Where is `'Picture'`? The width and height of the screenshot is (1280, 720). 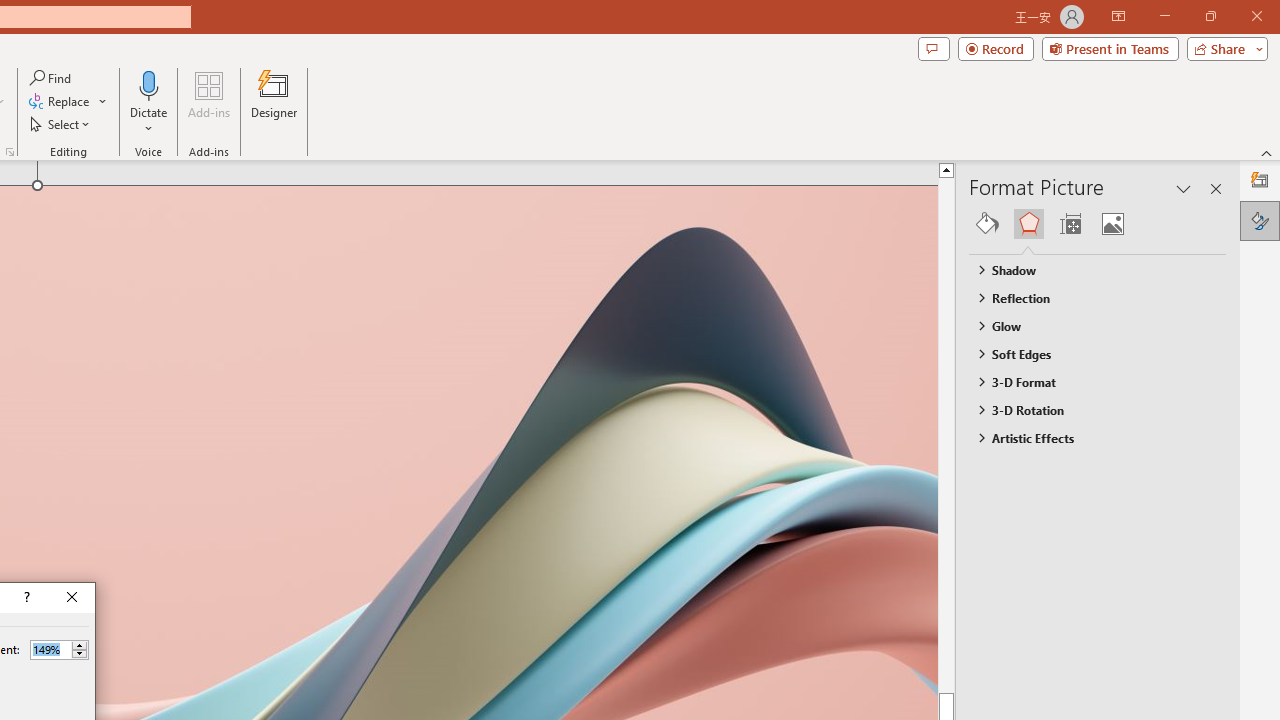
'Picture' is located at coordinates (1111, 223).